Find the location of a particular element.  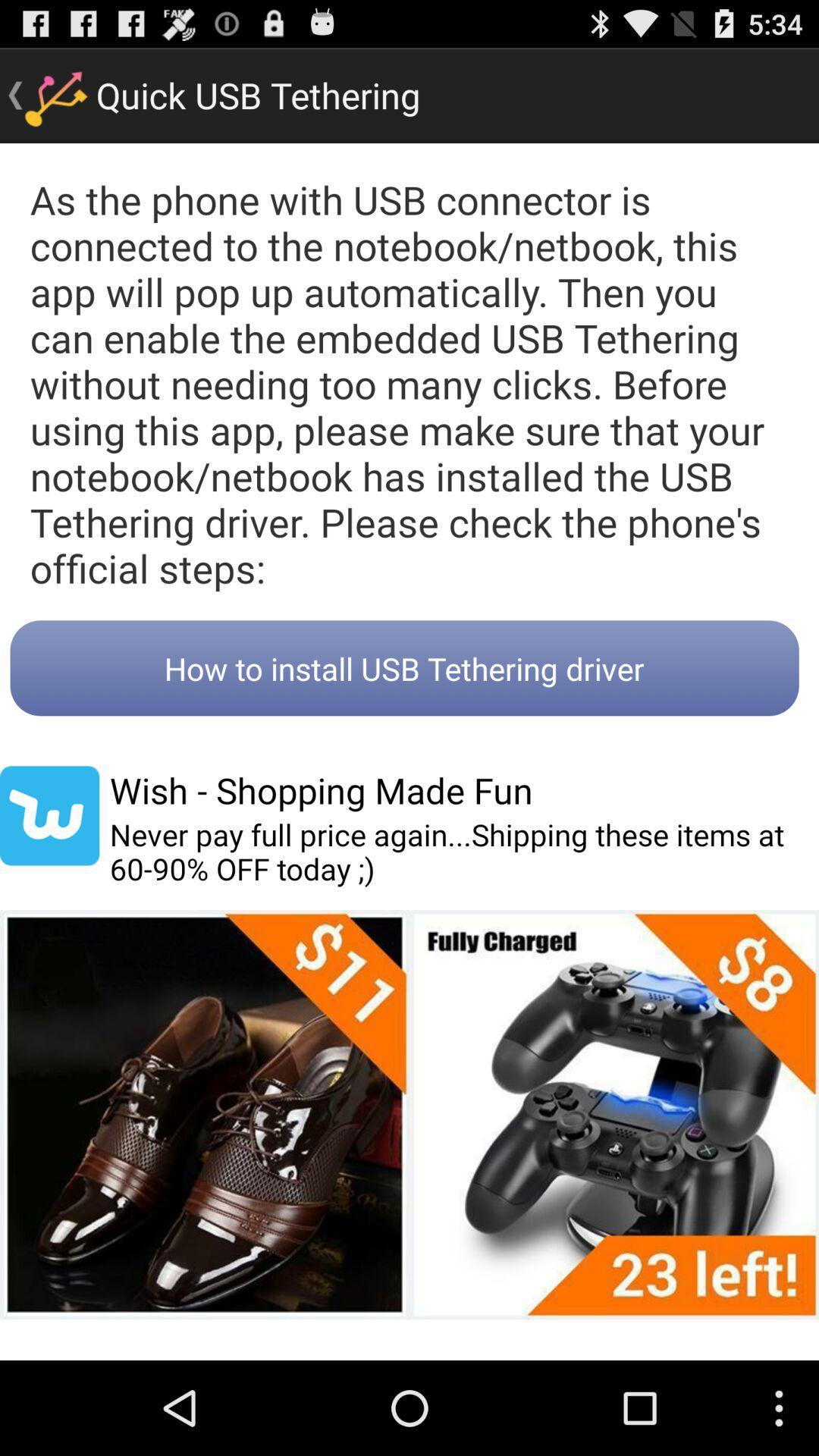

icon below how to install item is located at coordinates (49, 814).